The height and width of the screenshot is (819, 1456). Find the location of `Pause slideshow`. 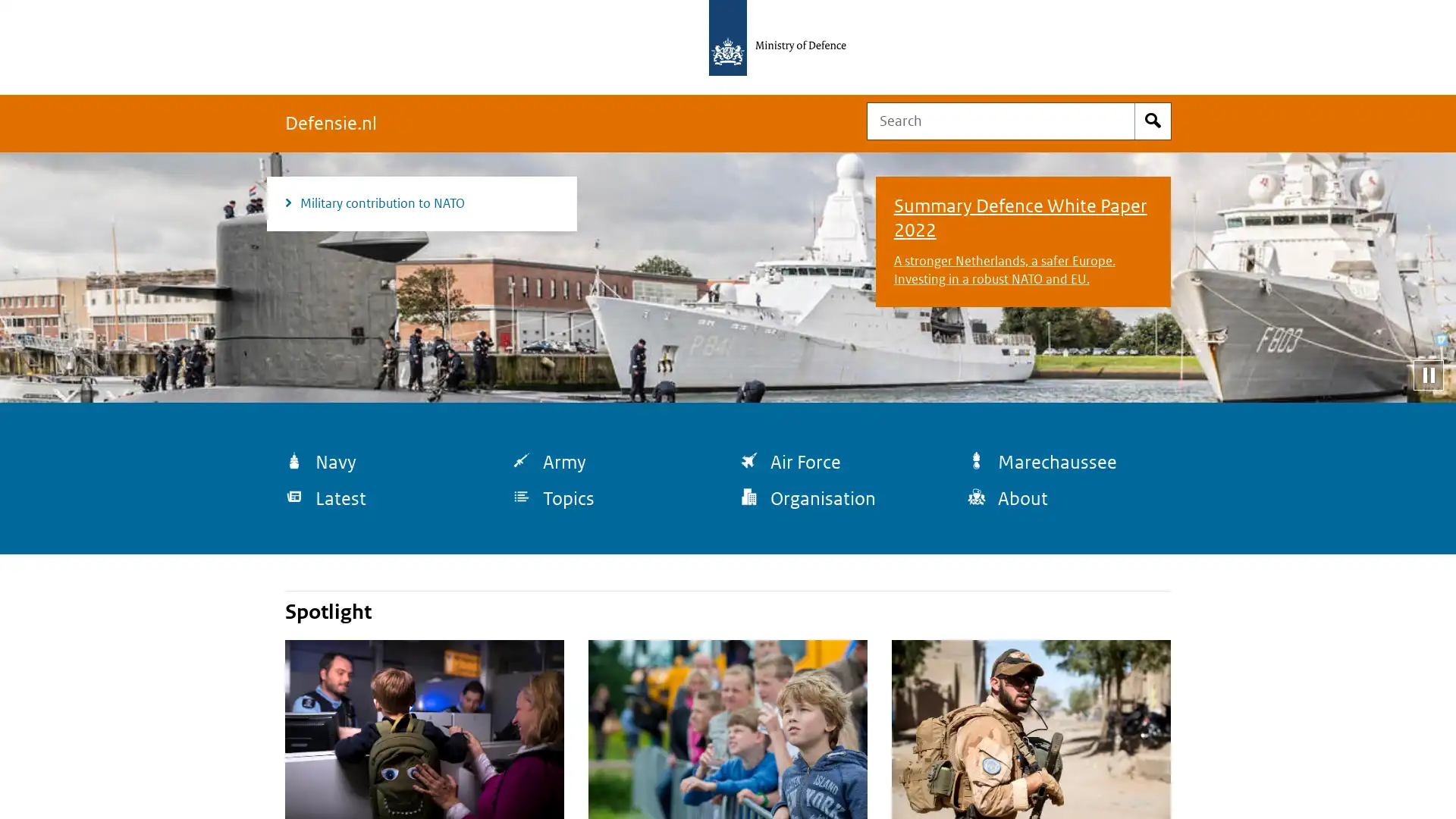

Pause slideshow is located at coordinates (1427, 374).